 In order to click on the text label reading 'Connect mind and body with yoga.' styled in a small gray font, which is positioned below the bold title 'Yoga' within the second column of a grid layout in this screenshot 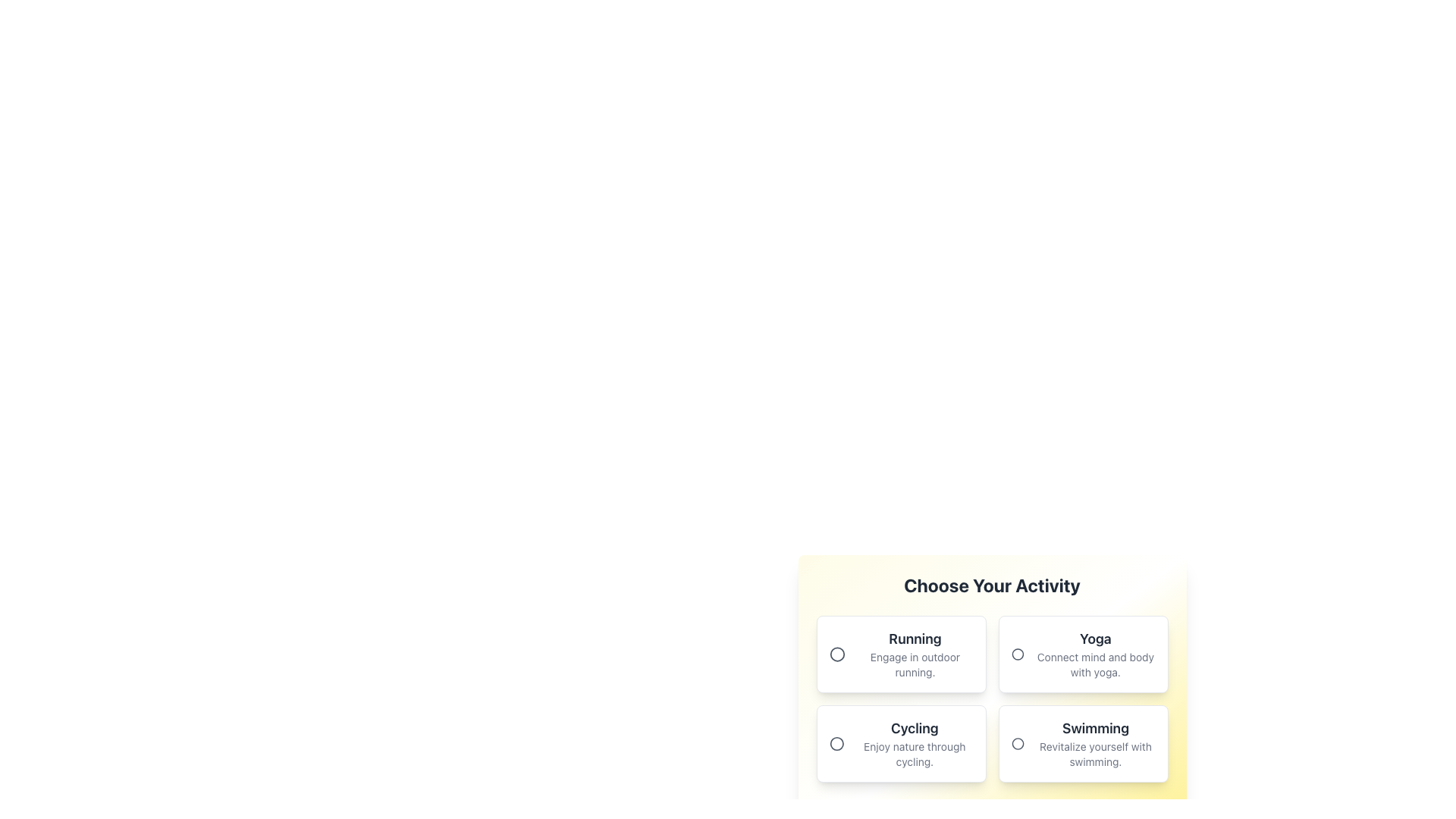, I will do `click(1095, 664)`.